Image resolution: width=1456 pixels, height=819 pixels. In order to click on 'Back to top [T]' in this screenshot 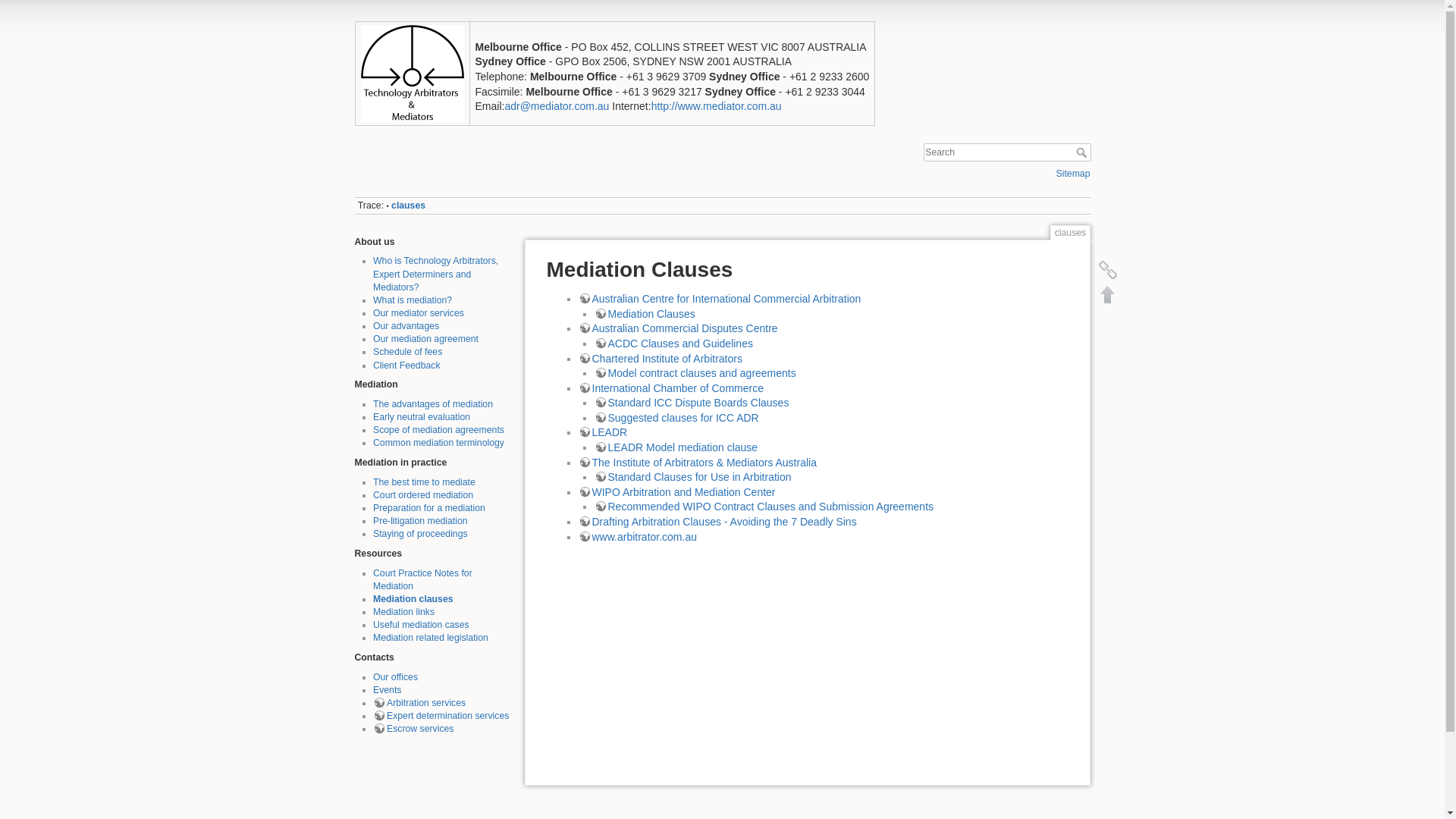, I will do `click(1106, 294)`.